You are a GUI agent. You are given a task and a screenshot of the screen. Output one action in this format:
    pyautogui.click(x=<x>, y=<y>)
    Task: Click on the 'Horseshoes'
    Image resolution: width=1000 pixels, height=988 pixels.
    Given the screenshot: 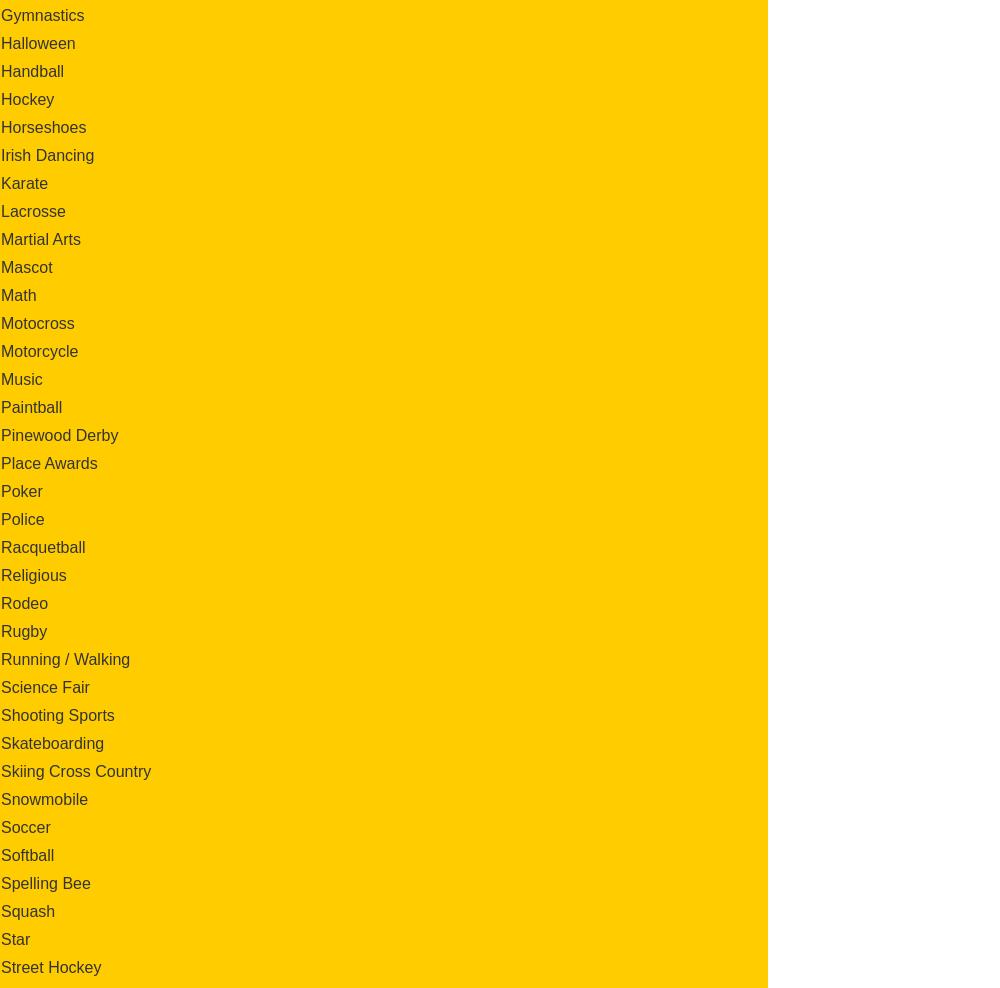 What is the action you would take?
    pyautogui.click(x=43, y=125)
    